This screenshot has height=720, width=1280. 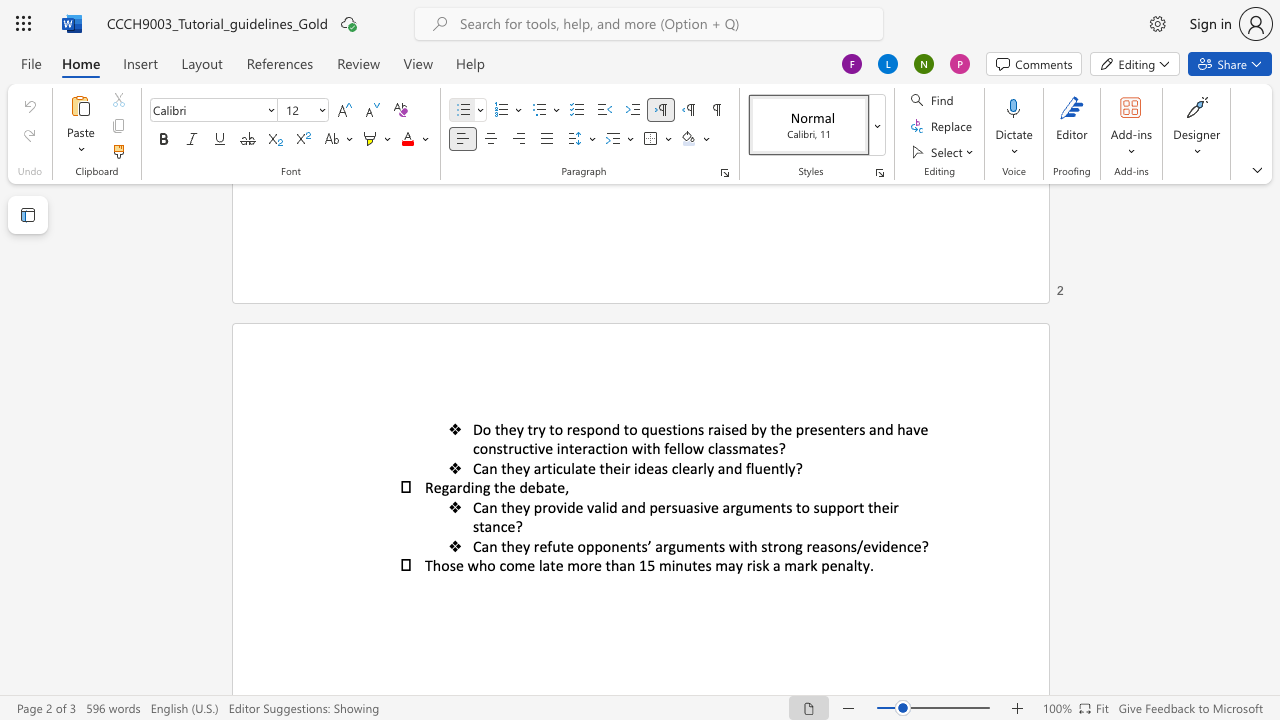 I want to click on the space between the continuous character "u" and "c" in the text, so click(x=521, y=447).